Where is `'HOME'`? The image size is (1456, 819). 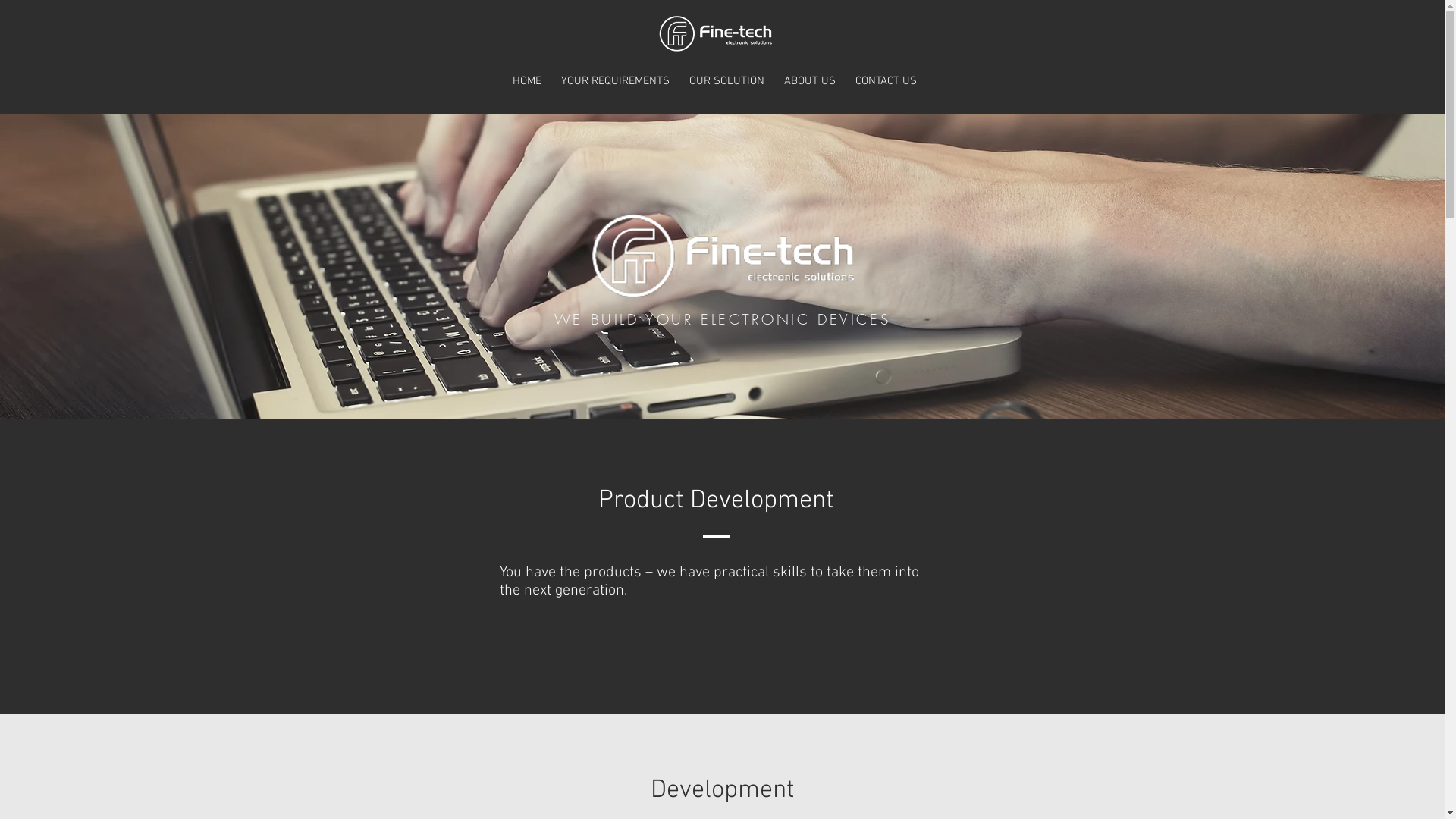
'HOME' is located at coordinates (502, 81).